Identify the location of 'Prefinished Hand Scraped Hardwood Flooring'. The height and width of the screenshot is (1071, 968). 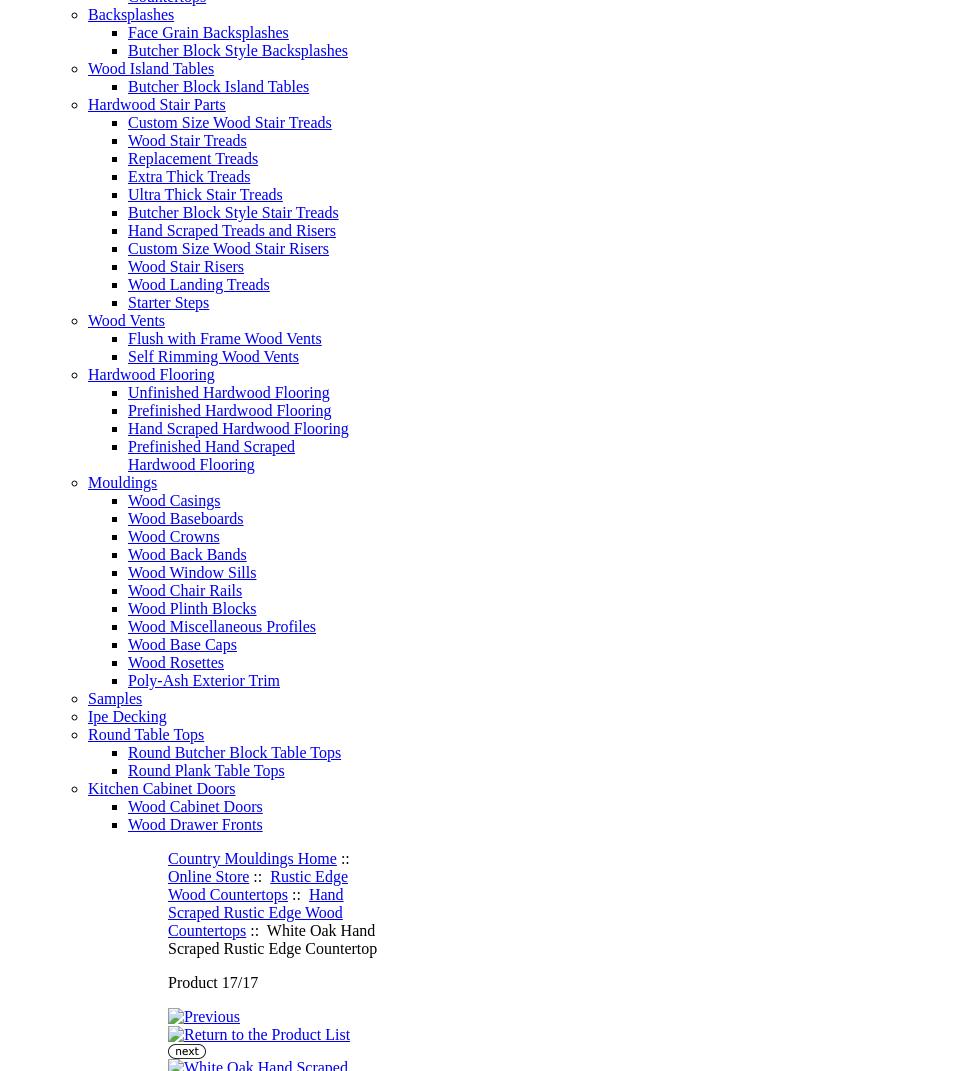
(126, 455).